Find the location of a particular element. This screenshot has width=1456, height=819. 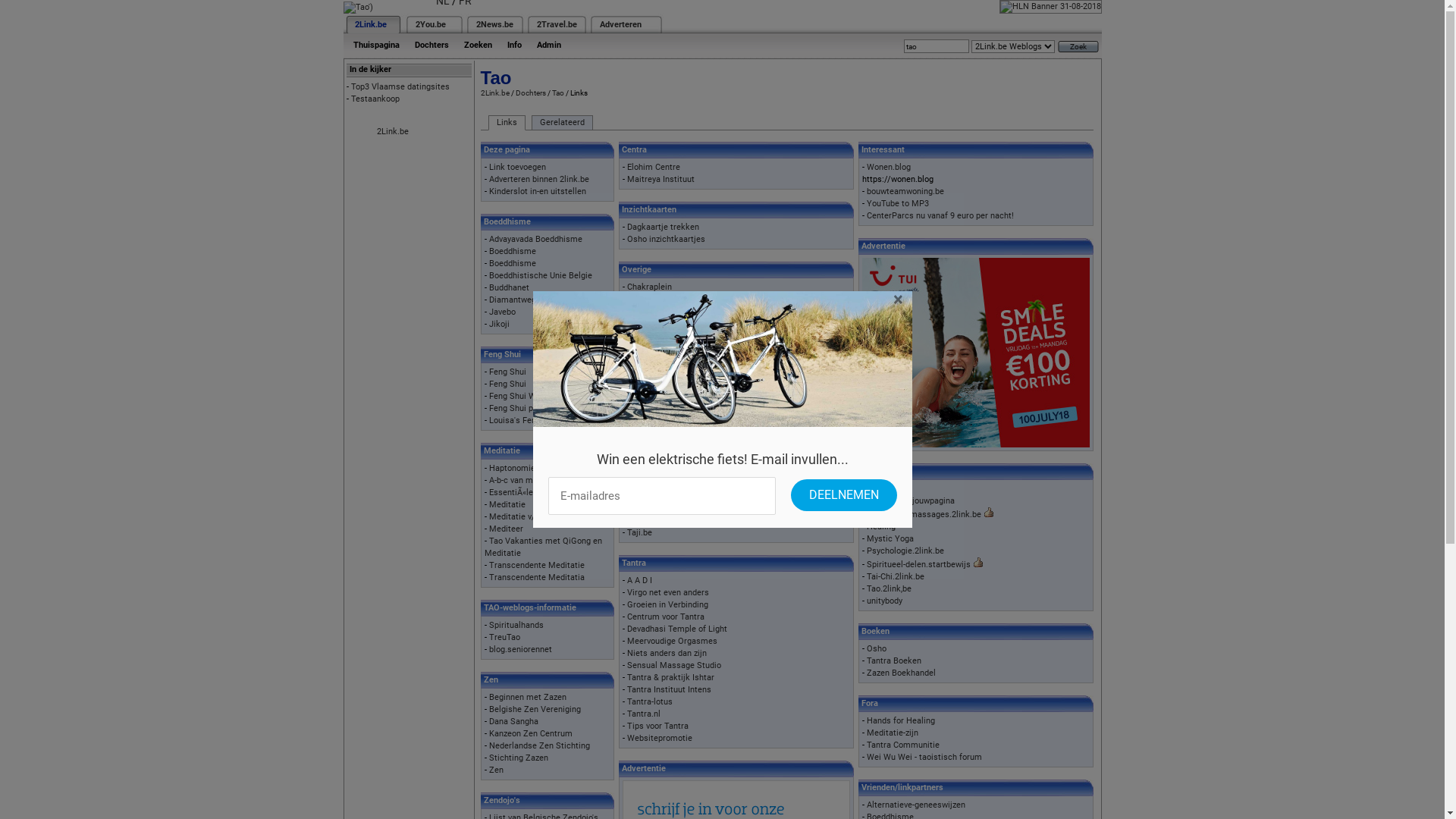

'Osho' is located at coordinates (876, 648).